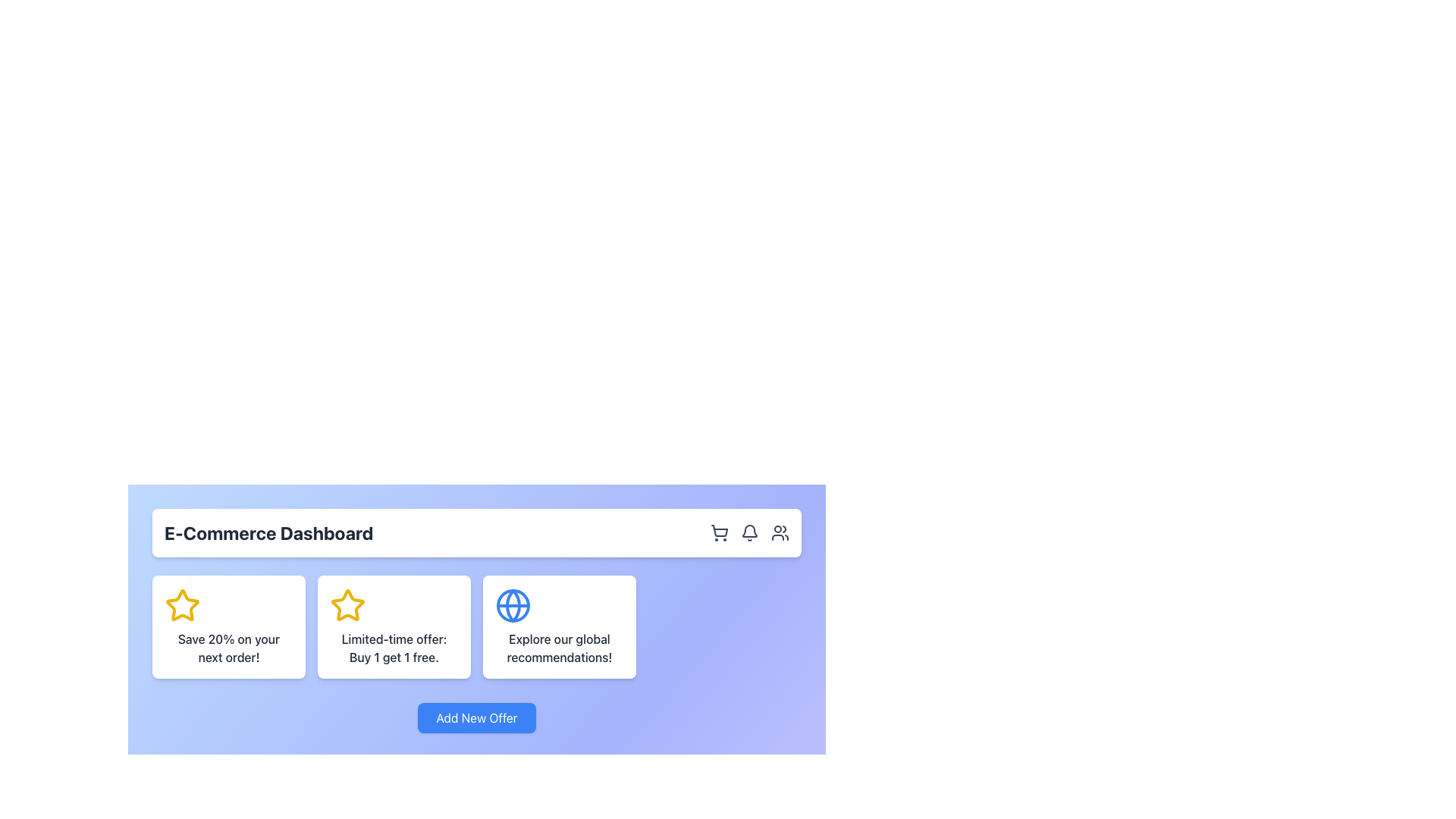 The image size is (1456, 819). I want to click on the globe icon located at the center of the third card in the bottom right corner of the interface, so click(513, 604).